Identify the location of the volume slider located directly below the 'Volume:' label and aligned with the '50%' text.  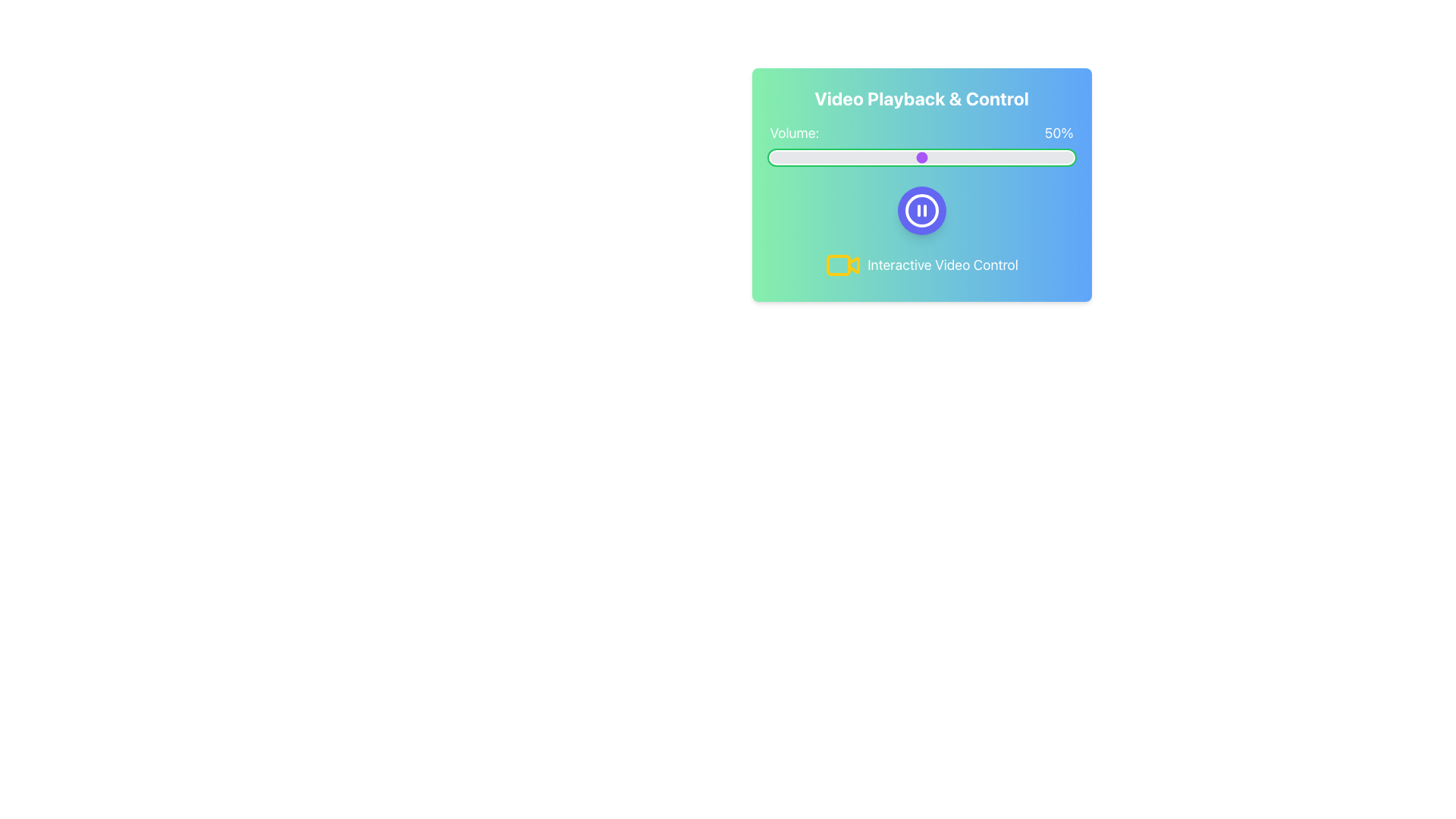
(921, 158).